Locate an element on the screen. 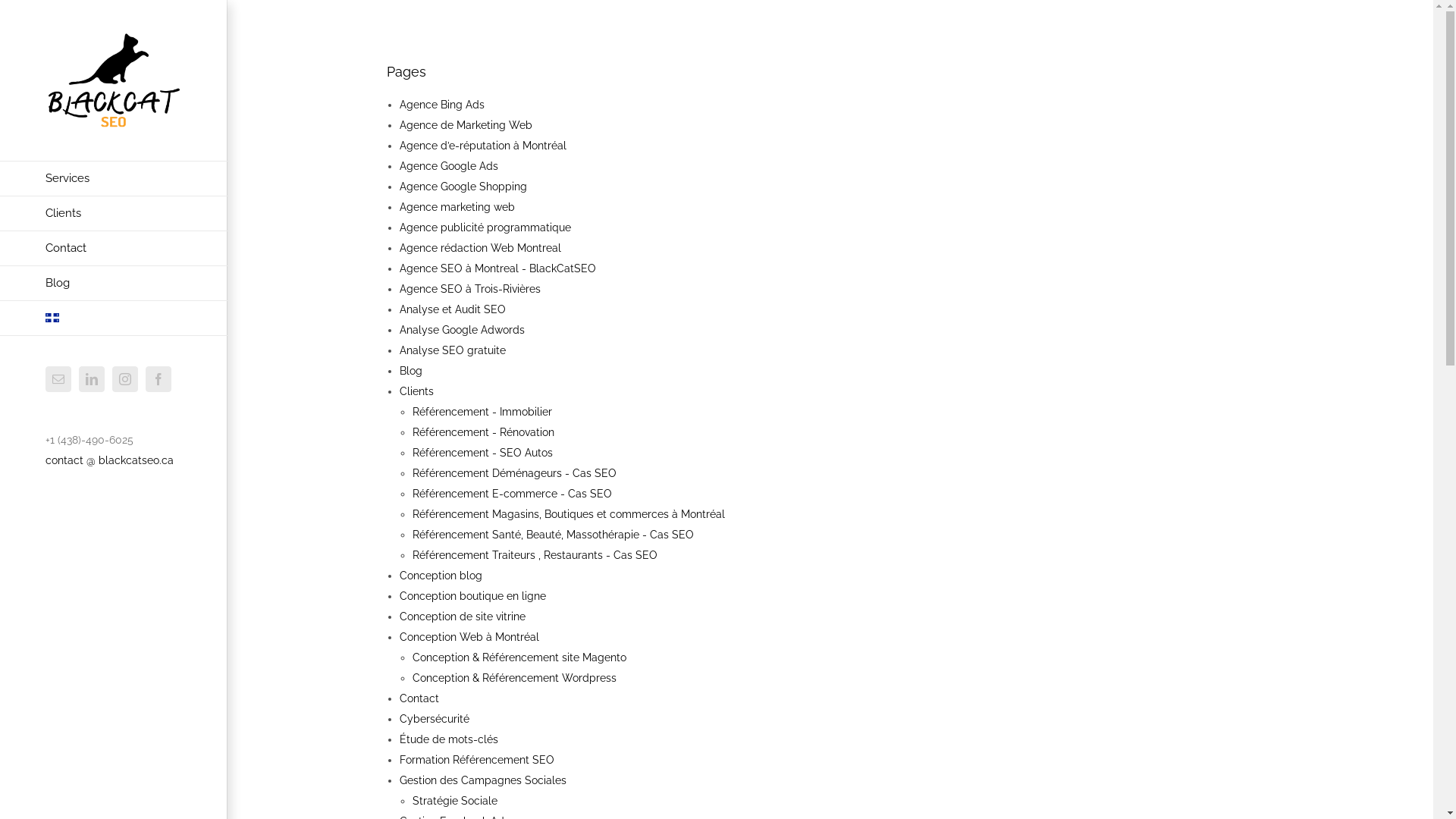  'Analyse et Audit SEO' is located at coordinates (451, 309).